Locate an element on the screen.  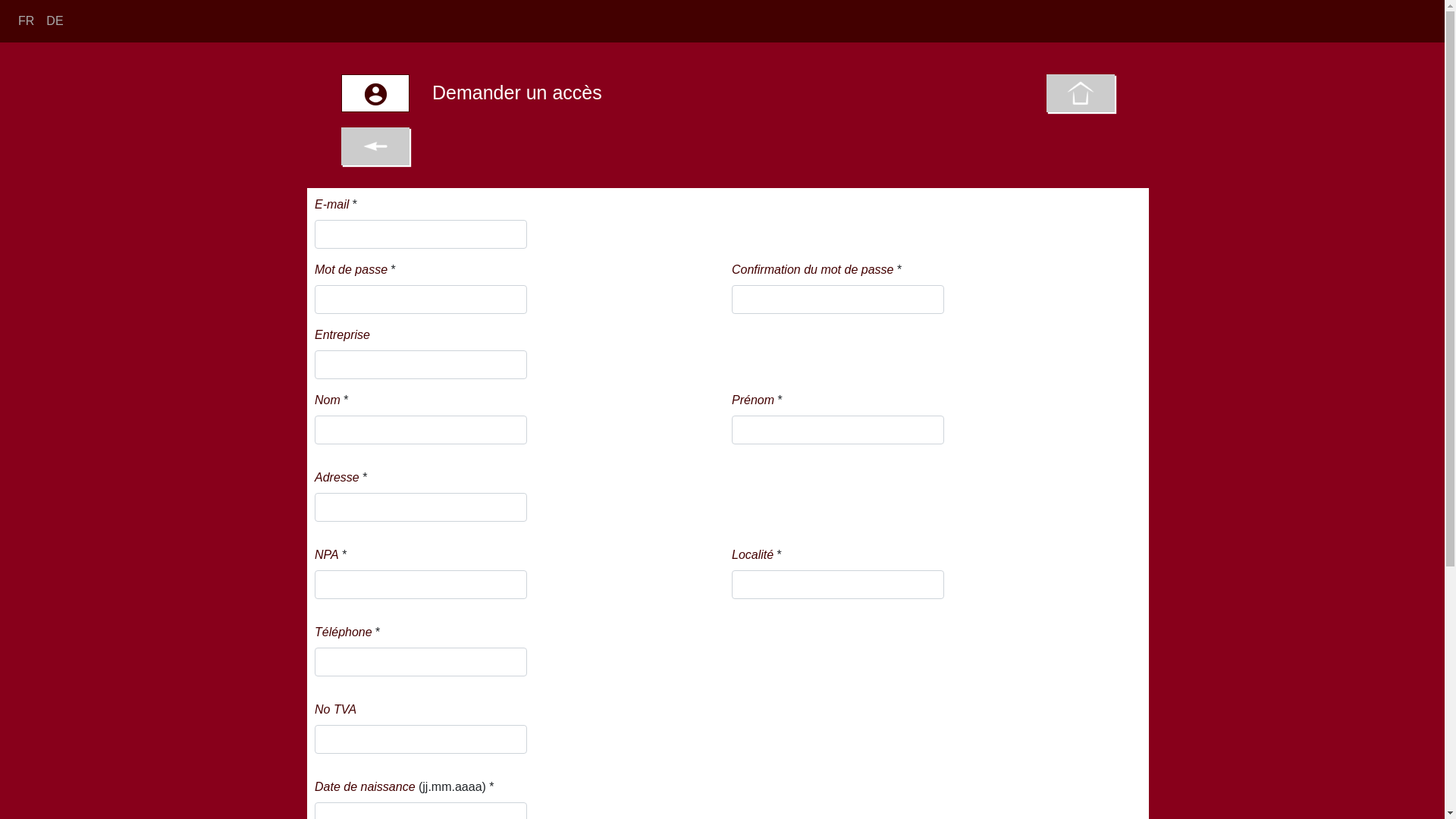
'DE' is located at coordinates (55, 20).